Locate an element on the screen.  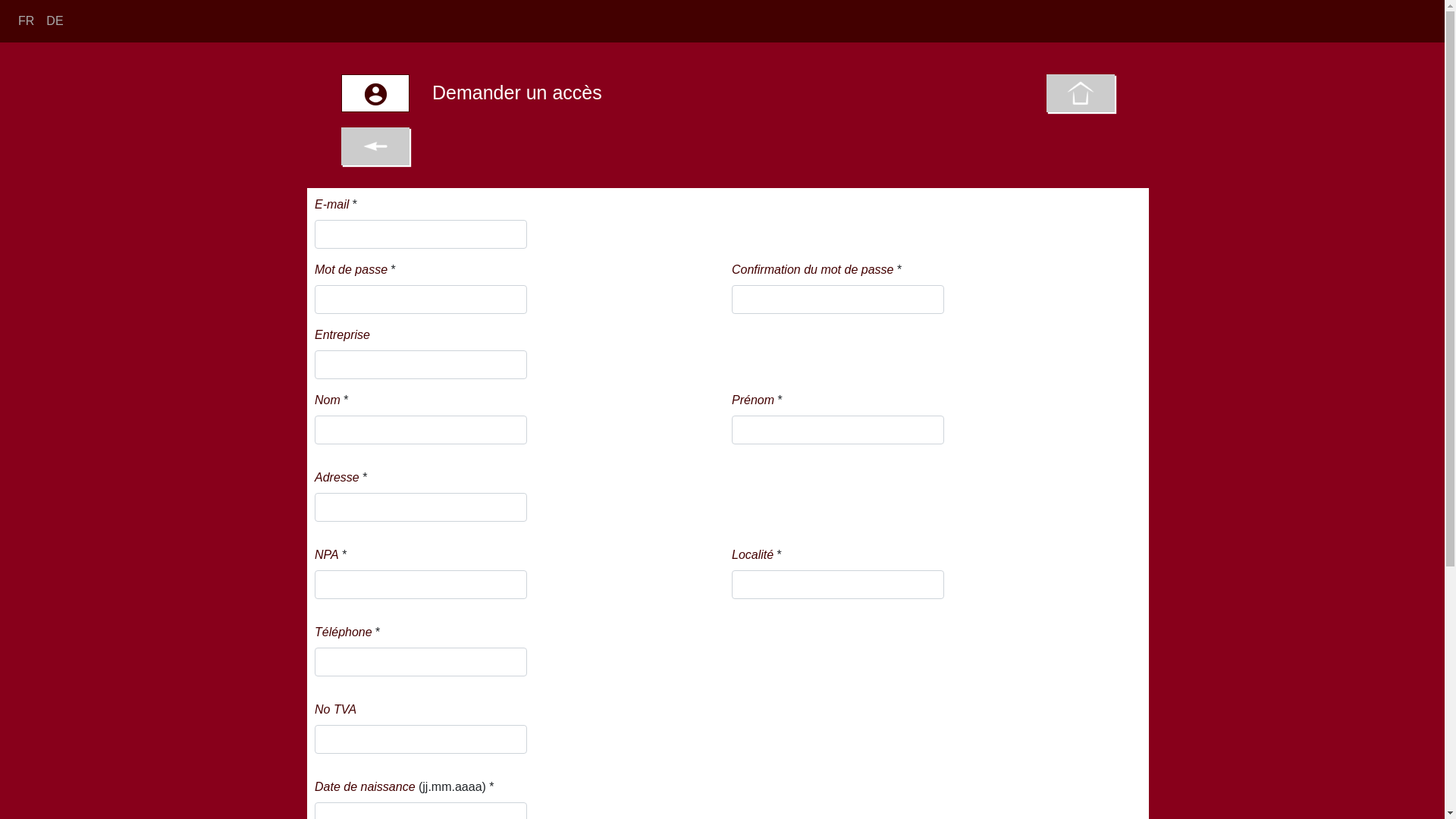
'DE' is located at coordinates (55, 20).